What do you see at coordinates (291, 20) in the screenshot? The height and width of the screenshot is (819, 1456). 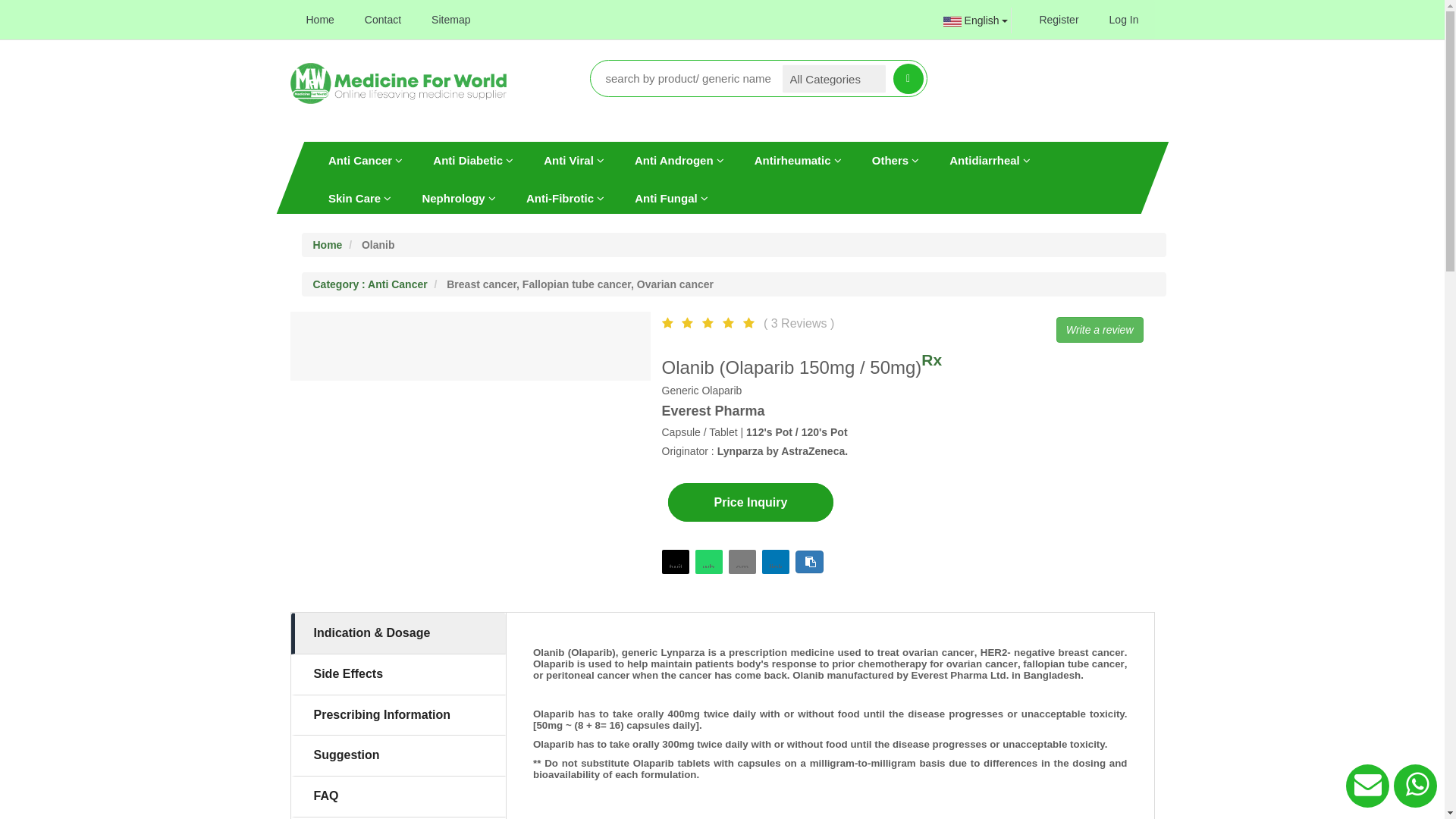 I see `'Home'` at bounding box center [291, 20].